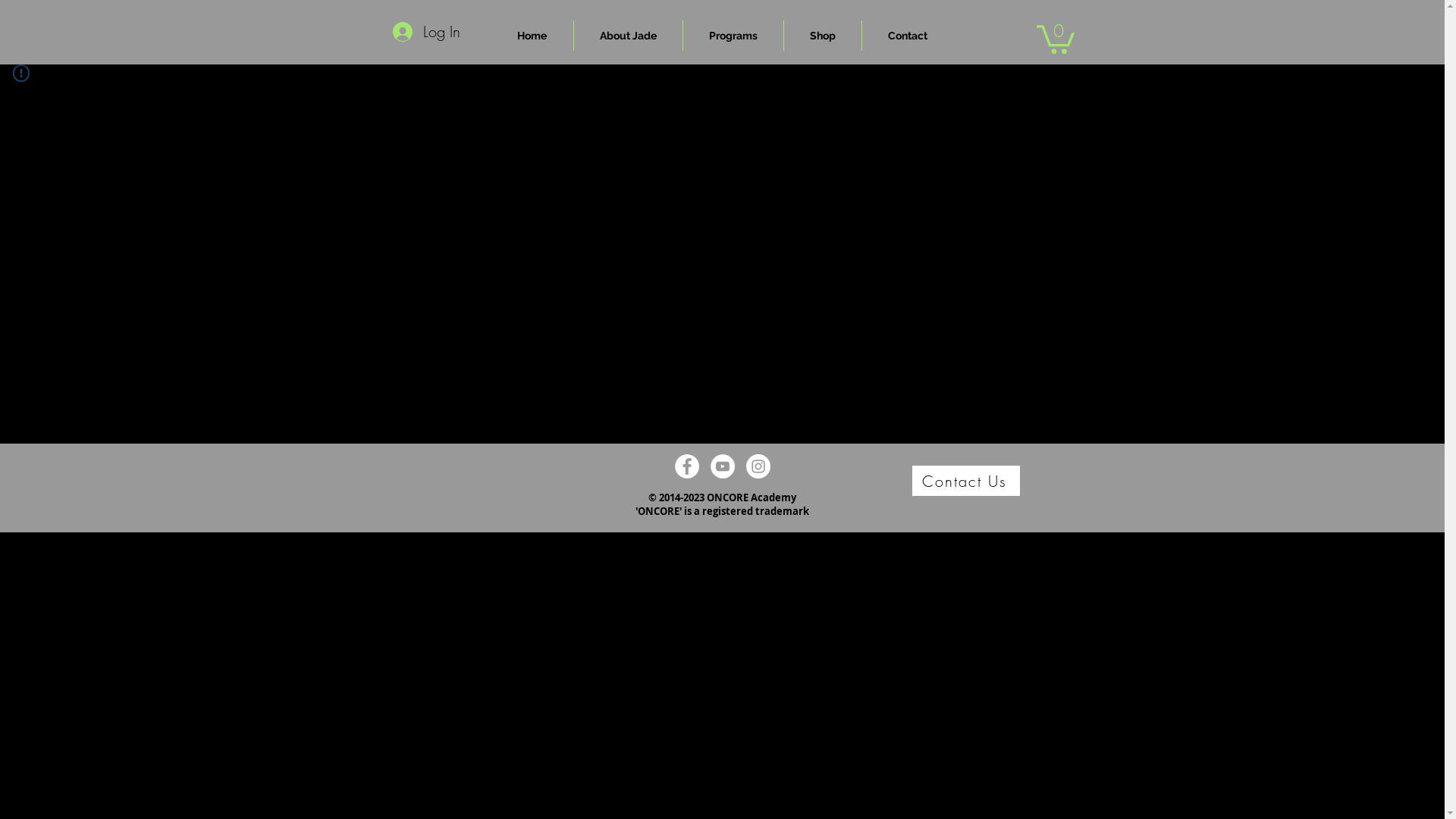 This screenshot has width=1456, height=819. Describe the element at coordinates (964, 480) in the screenshot. I see `'Contact Us'` at that location.